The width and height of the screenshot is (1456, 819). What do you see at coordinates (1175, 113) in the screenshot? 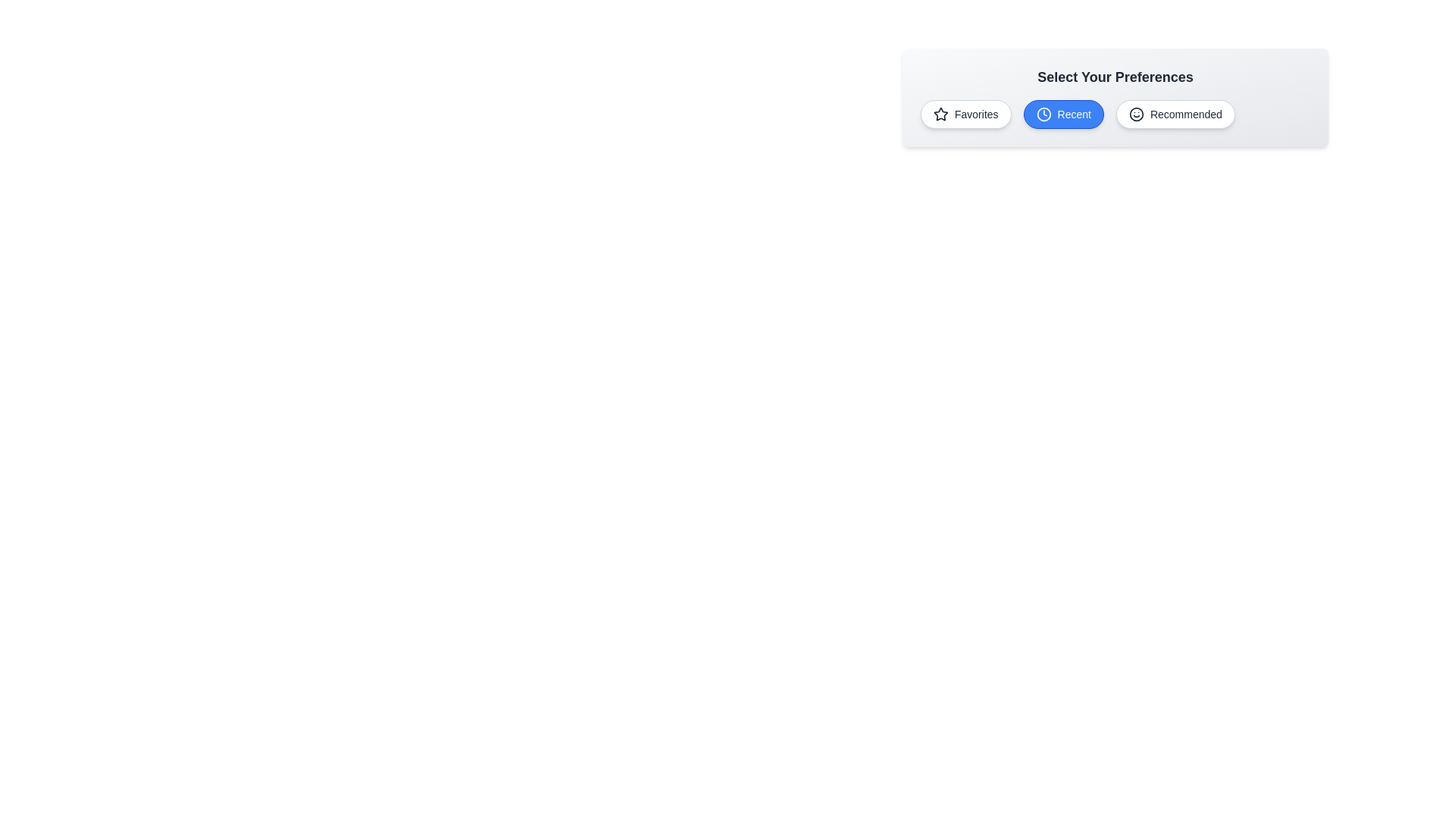
I see `the chip labeled Recommended to observe its hover effect` at bounding box center [1175, 113].